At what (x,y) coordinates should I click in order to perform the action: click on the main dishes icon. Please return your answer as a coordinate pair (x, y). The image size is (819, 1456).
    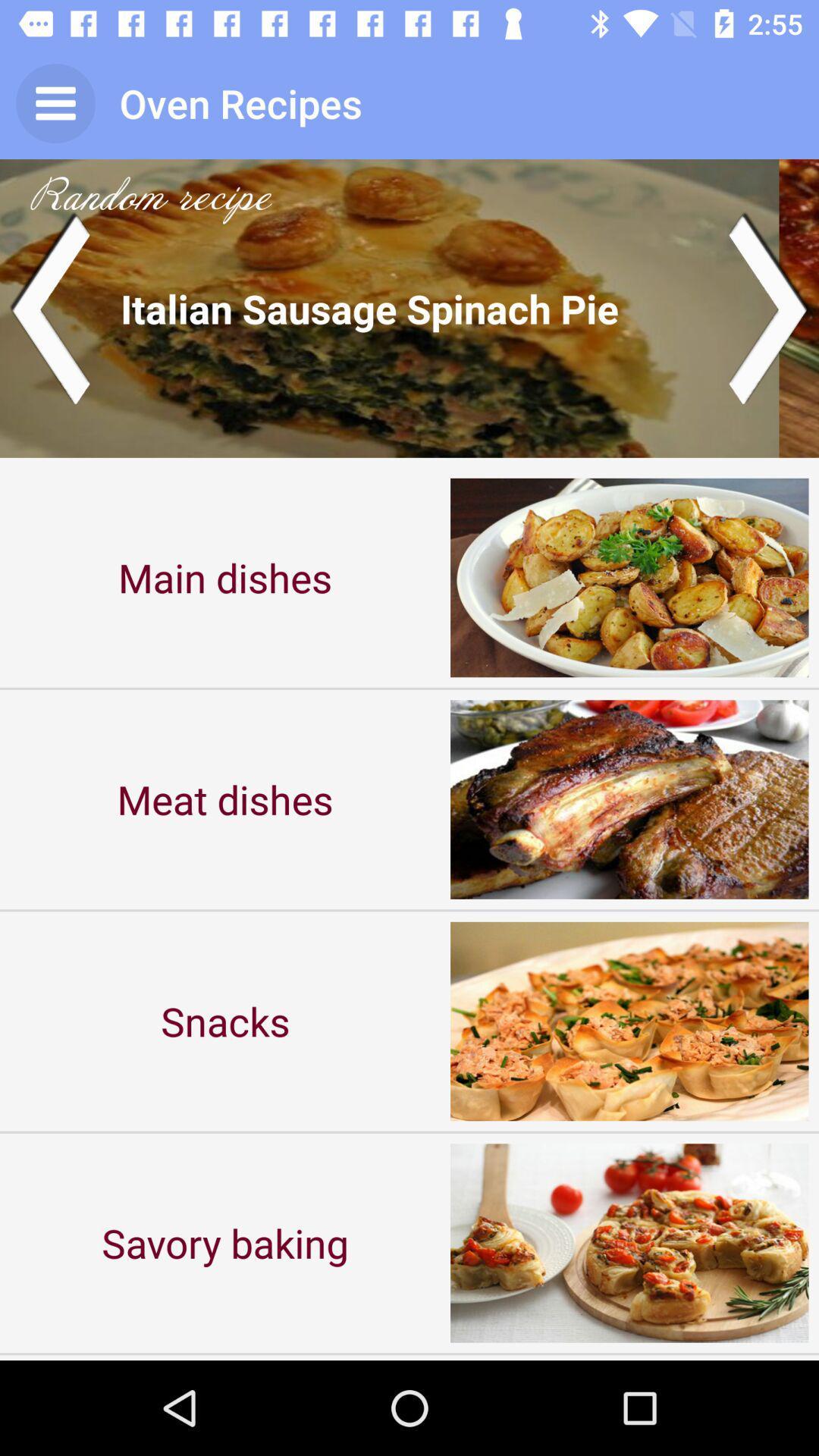
    Looking at the image, I should click on (225, 576).